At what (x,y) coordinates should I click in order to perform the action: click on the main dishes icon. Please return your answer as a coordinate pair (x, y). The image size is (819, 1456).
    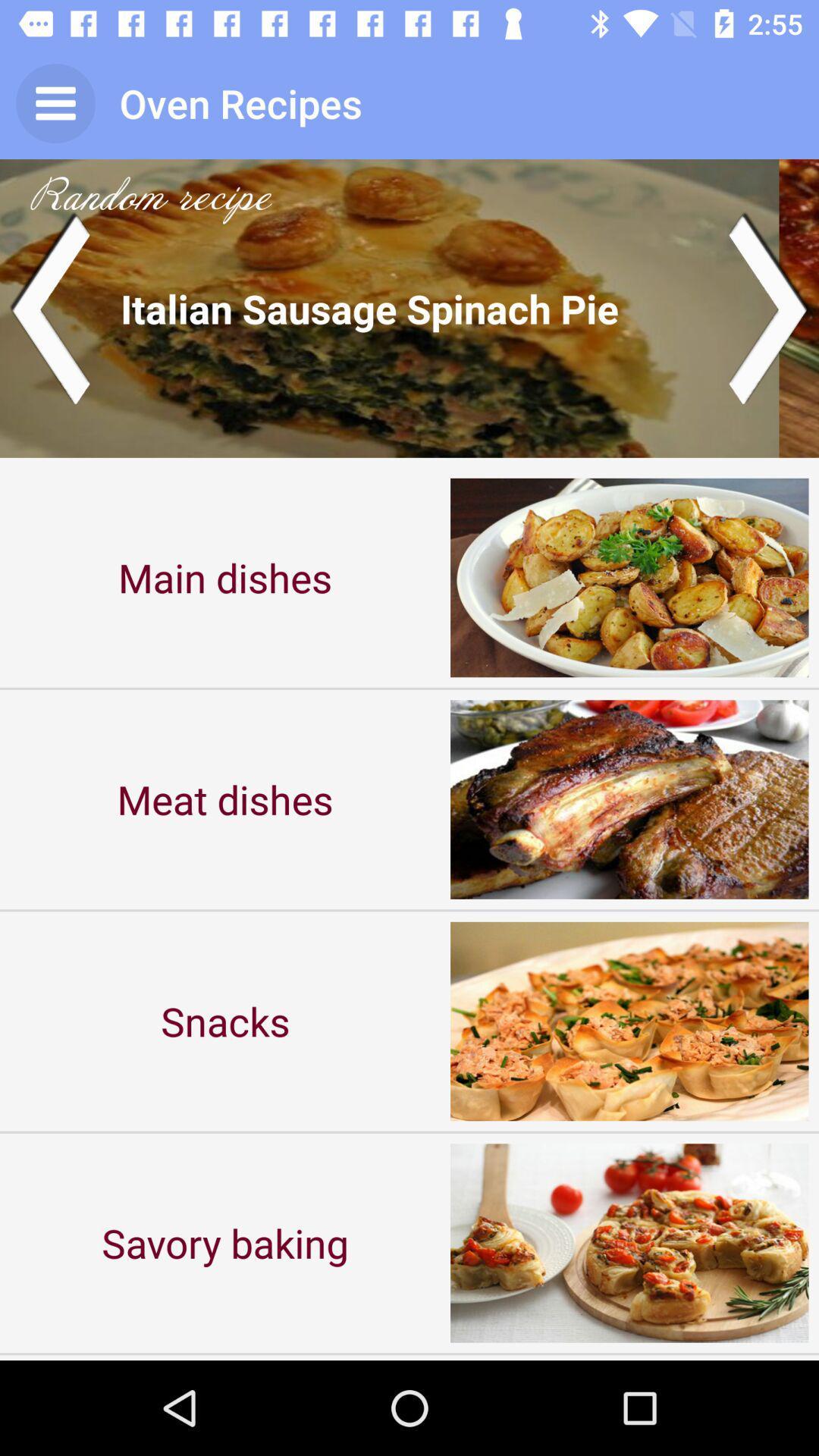
    Looking at the image, I should click on (225, 576).